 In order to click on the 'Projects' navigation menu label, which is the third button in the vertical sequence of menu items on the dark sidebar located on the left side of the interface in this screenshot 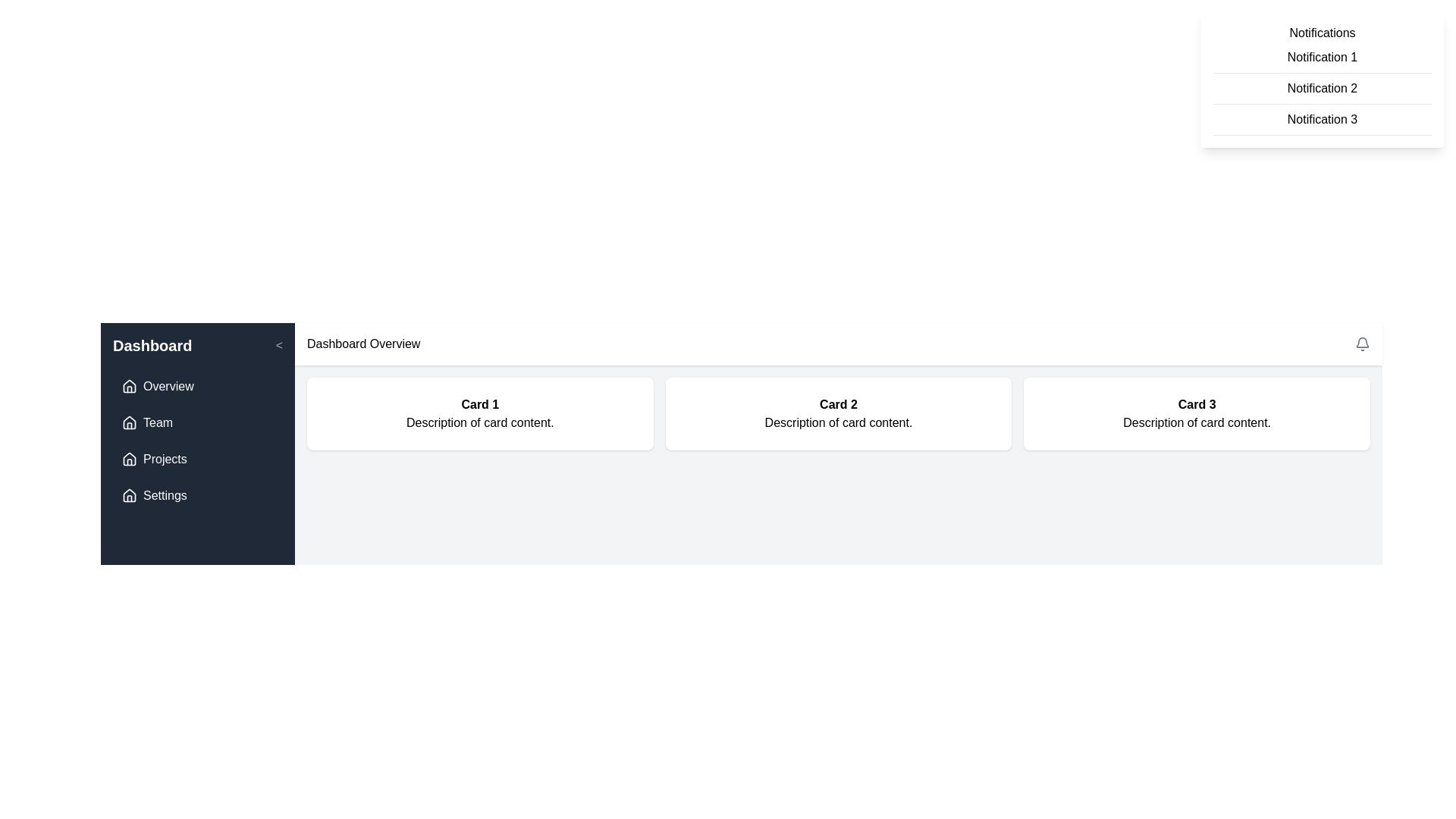, I will do `click(165, 458)`.